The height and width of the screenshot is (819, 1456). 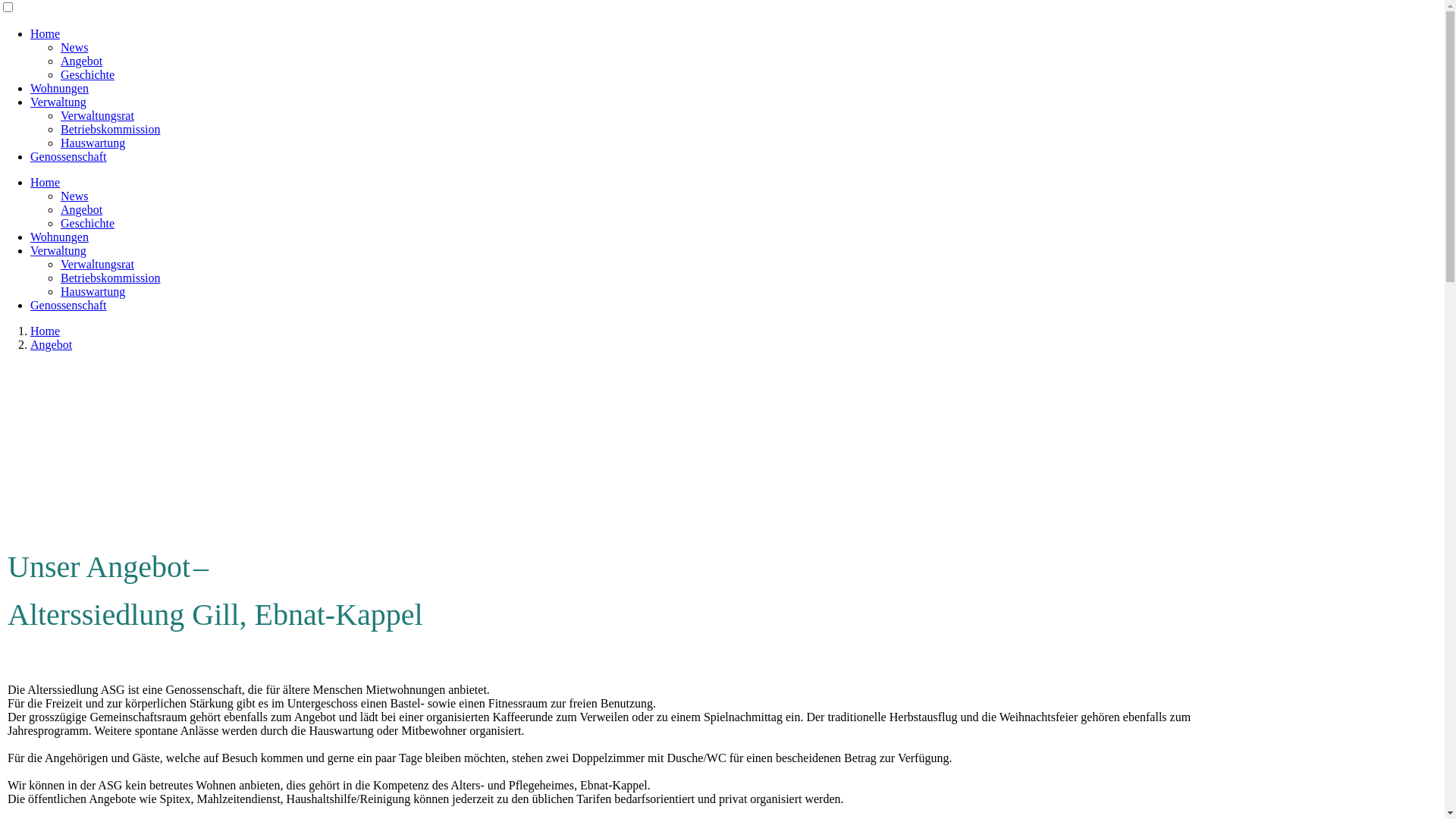 What do you see at coordinates (109, 278) in the screenshot?
I see `'Betriebskommission'` at bounding box center [109, 278].